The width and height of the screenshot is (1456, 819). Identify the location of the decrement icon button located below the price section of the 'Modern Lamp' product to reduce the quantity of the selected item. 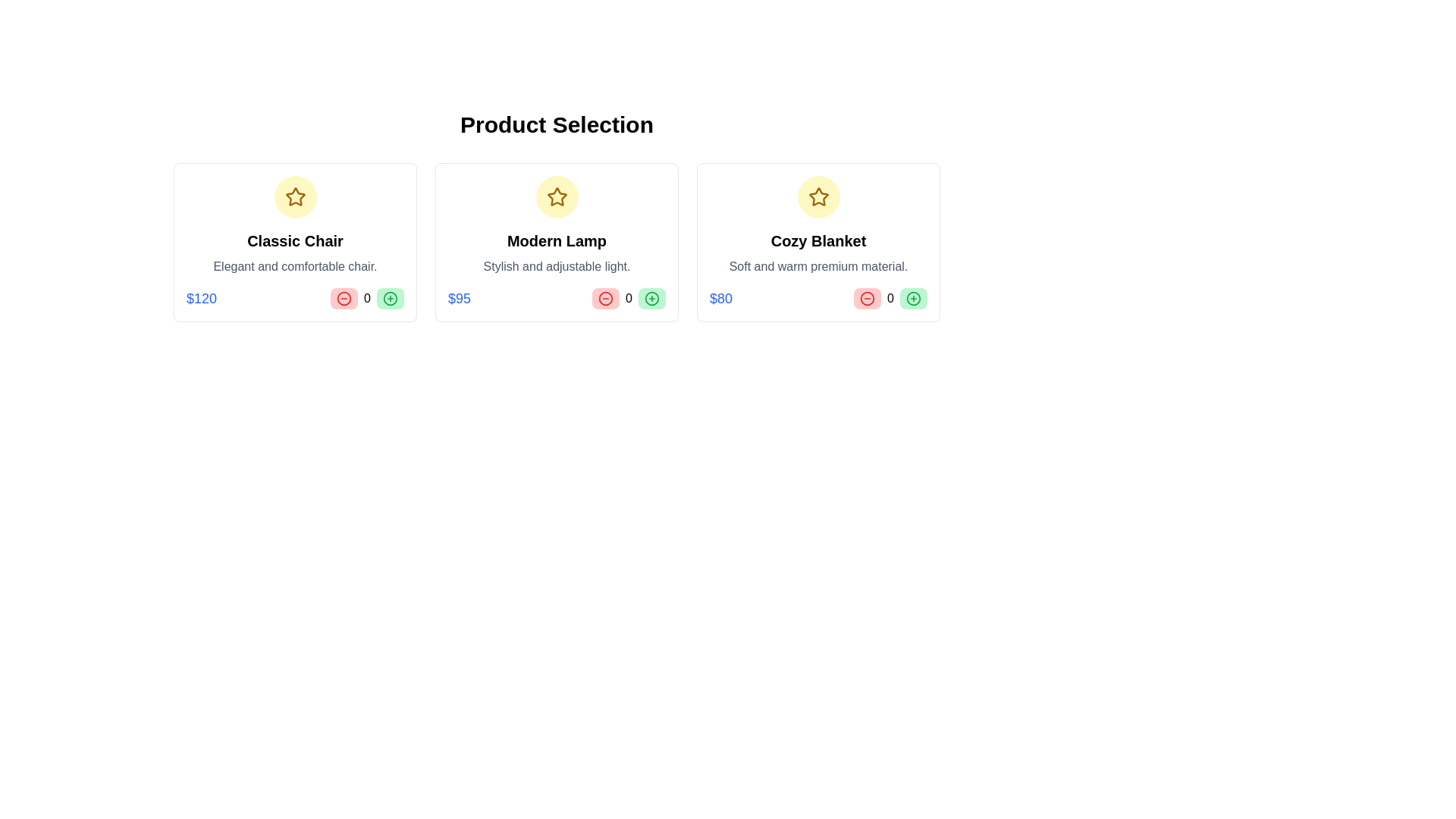
(605, 298).